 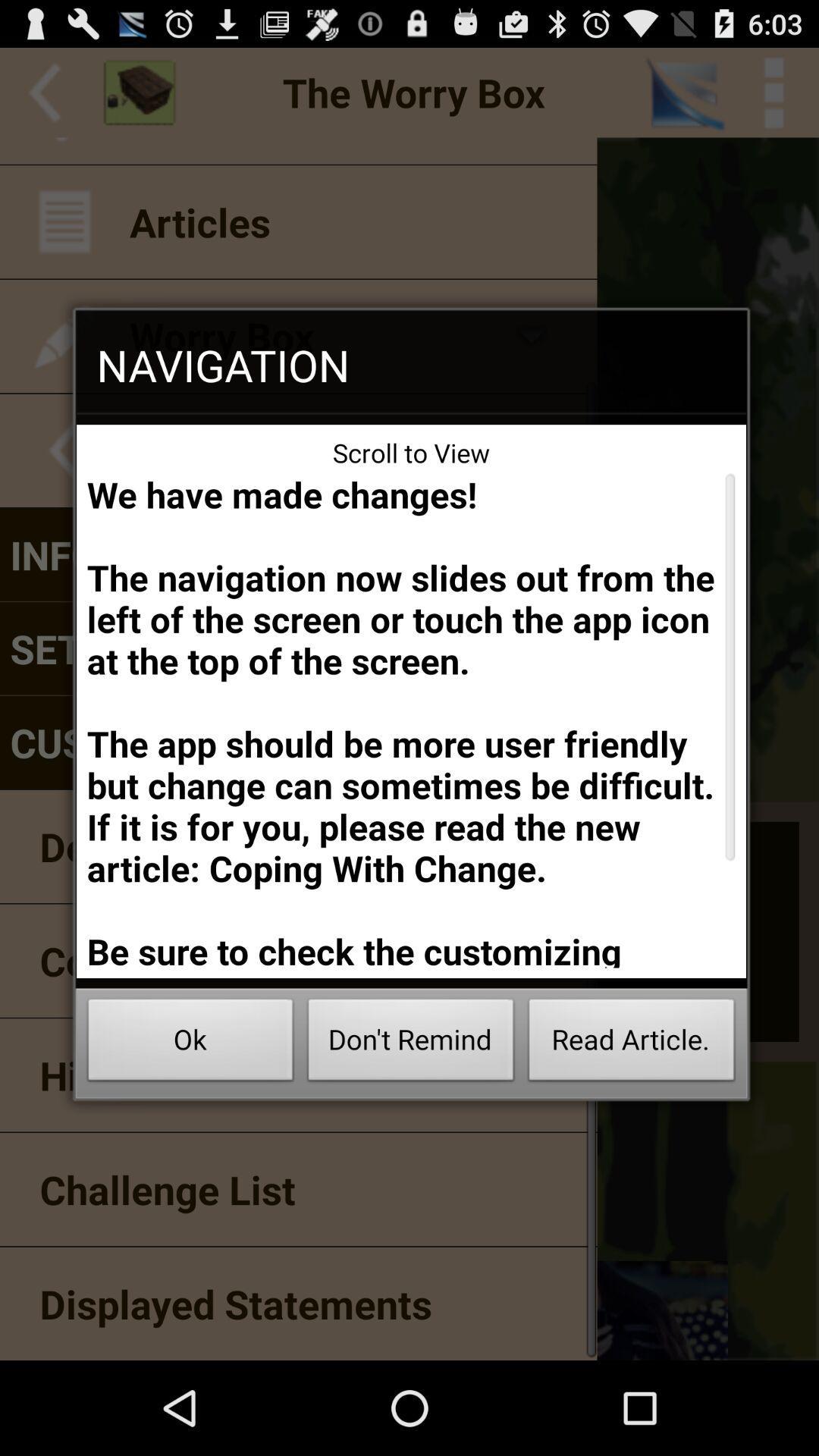 I want to click on item at the bottom left corner, so click(x=190, y=1043).